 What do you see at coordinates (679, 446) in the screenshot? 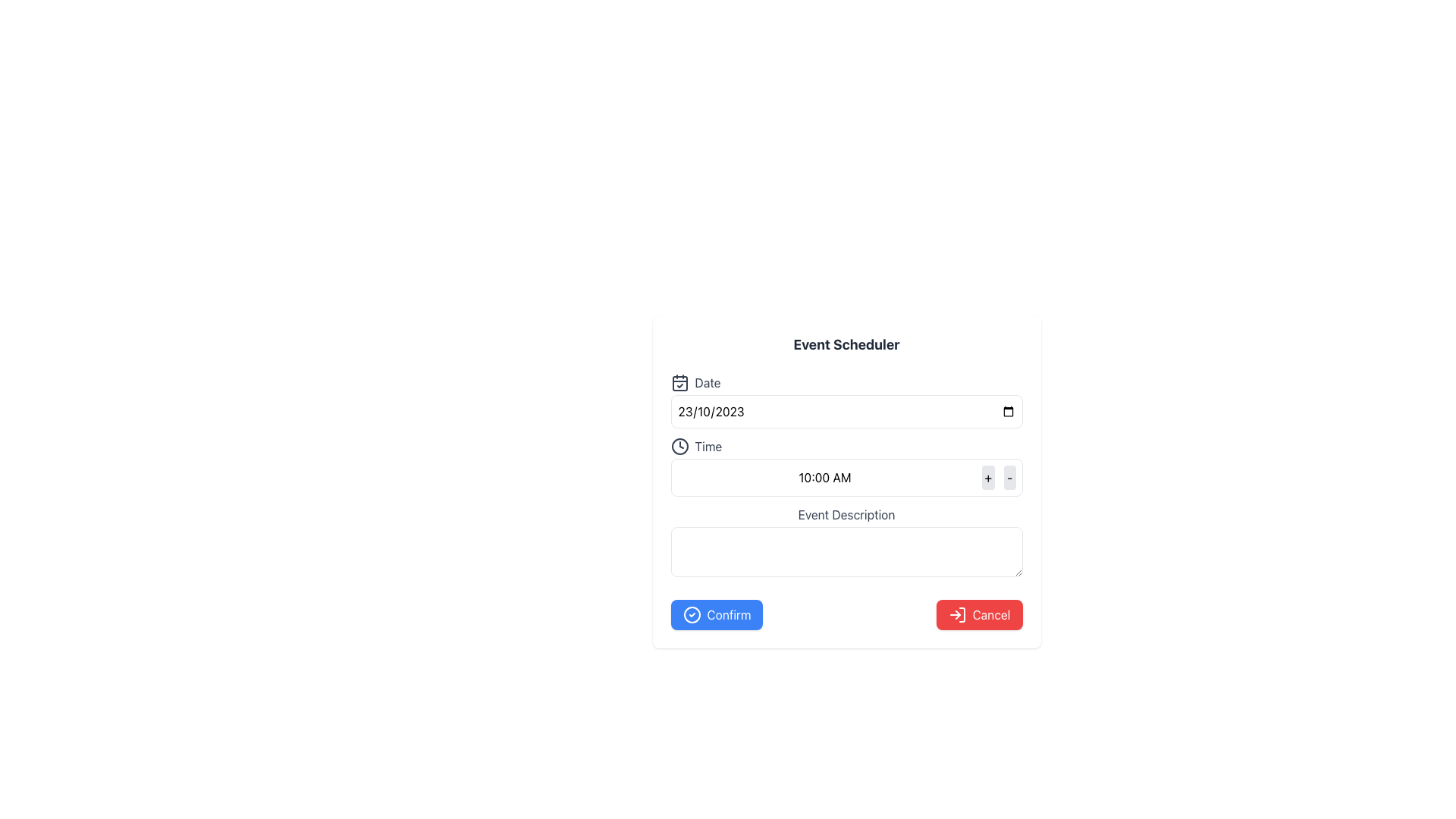
I see `the circular component of the clock icon located alongside the 'Time' label in the event scheduling interface` at bounding box center [679, 446].